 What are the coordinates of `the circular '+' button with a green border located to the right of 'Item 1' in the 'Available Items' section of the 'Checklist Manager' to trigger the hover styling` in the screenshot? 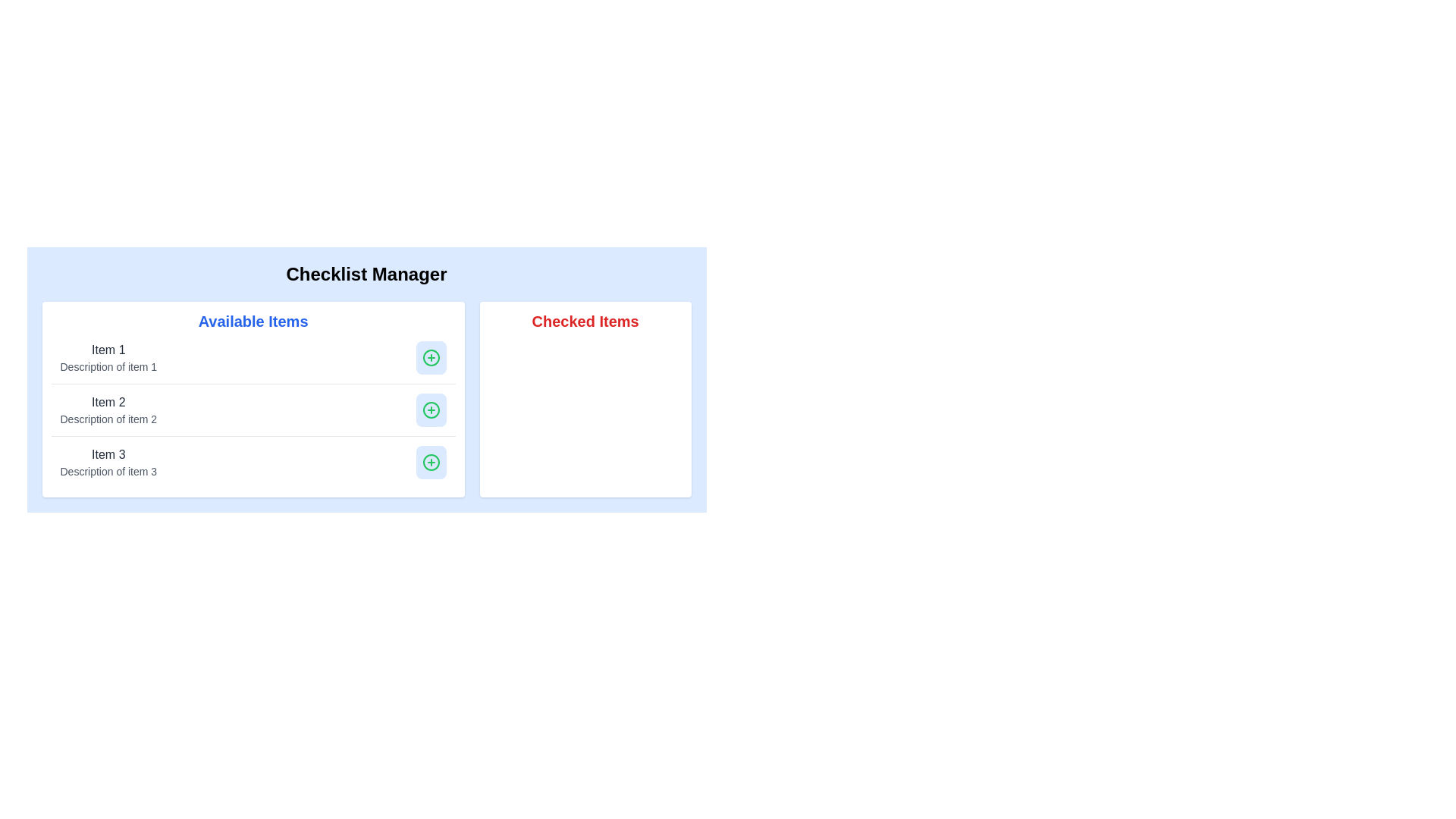 It's located at (430, 357).